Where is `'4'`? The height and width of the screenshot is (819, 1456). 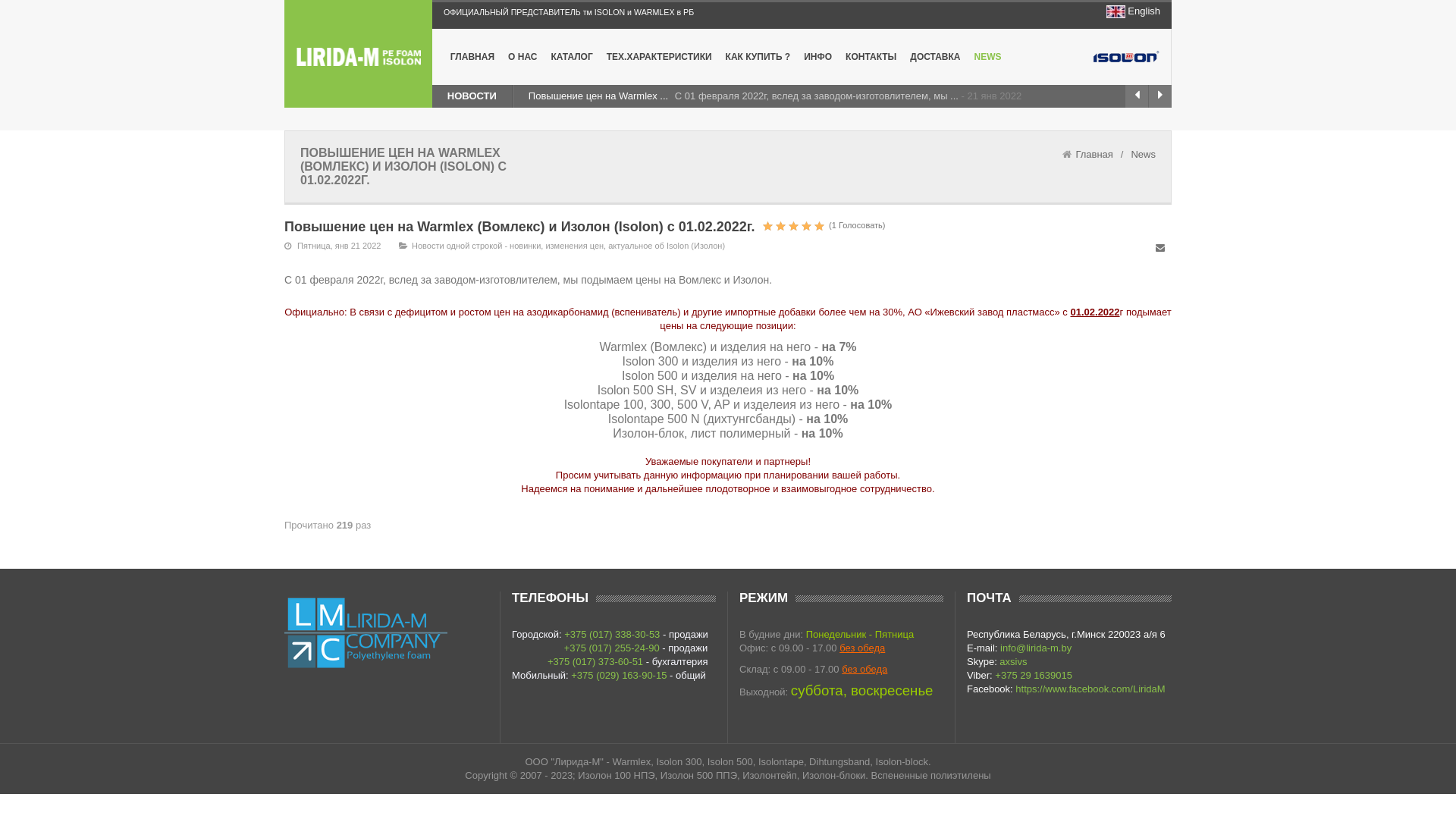 '4' is located at coordinates (761, 225).